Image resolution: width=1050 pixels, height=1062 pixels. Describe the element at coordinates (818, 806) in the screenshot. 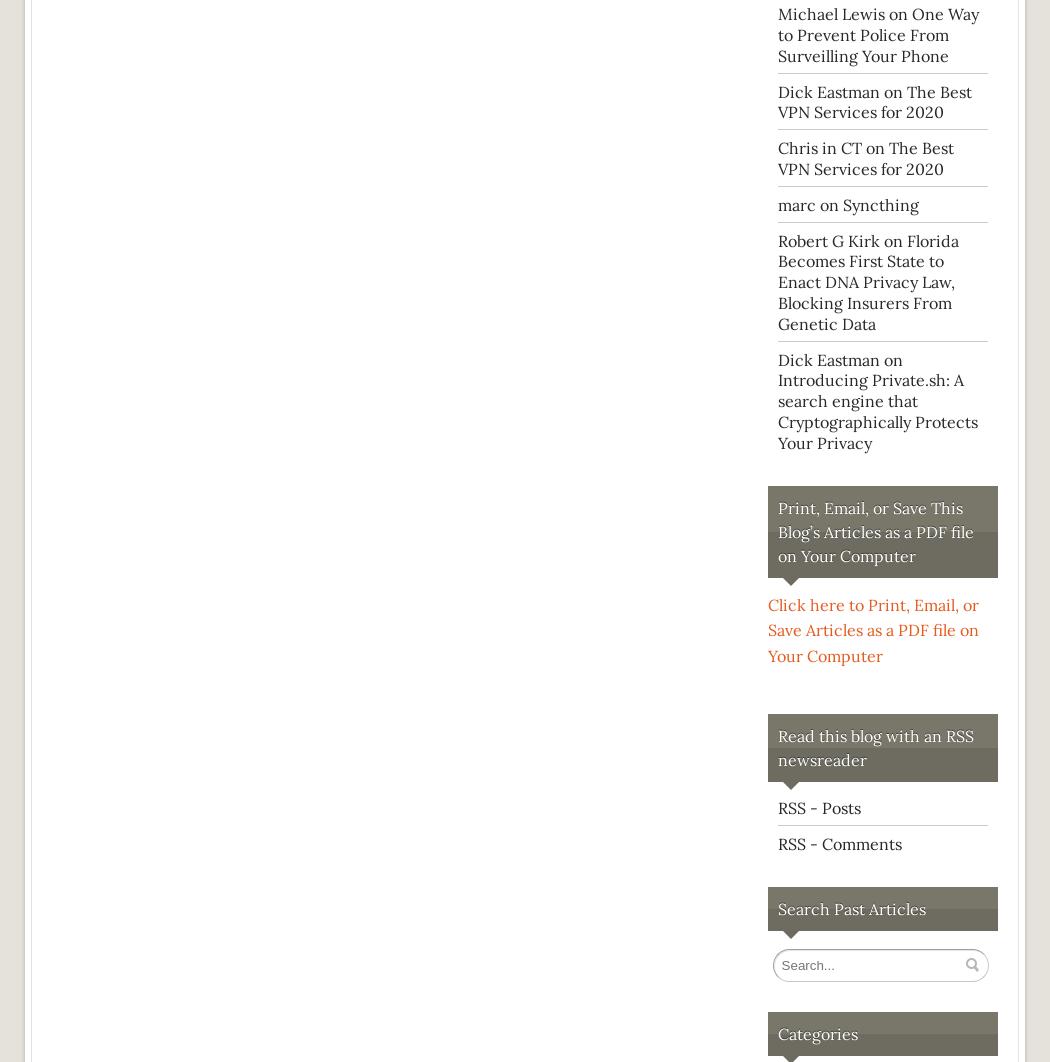

I see `'RSS - Posts'` at that location.